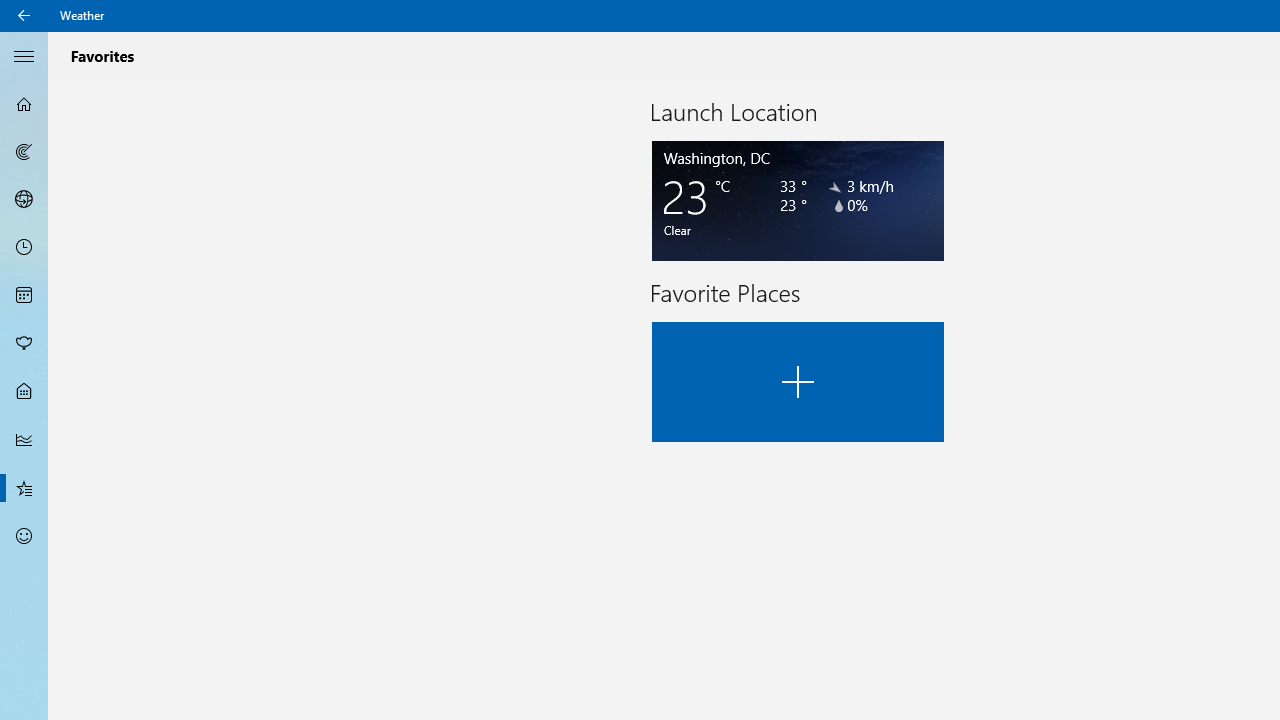 Image resolution: width=1280 pixels, height=720 pixels. I want to click on 'Historical Weather - Not Selected', so click(24, 438).